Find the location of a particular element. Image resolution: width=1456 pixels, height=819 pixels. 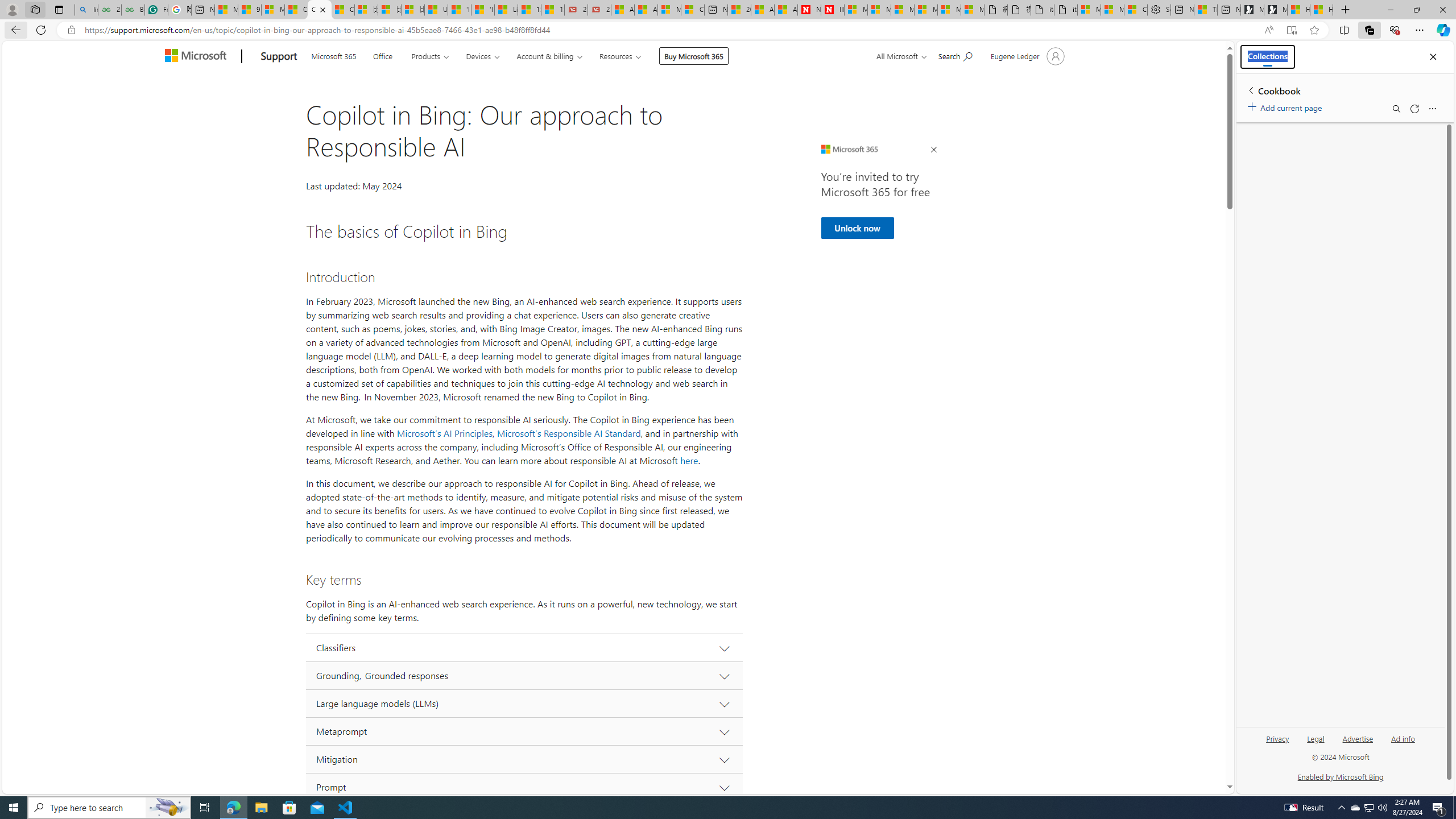

'Buy Microsoft 365' is located at coordinates (693, 55).